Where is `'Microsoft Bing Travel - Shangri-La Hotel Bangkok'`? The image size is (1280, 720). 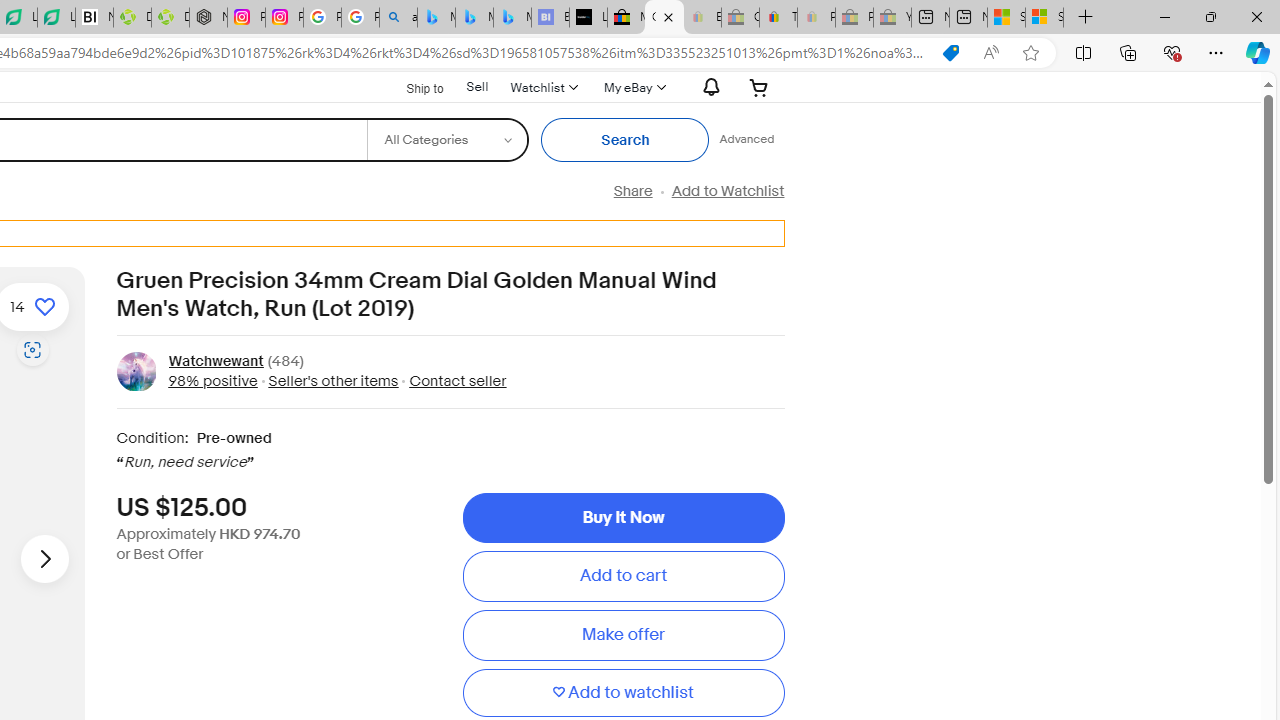
'Microsoft Bing Travel - Shangri-La Hotel Bangkok' is located at coordinates (512, 17).